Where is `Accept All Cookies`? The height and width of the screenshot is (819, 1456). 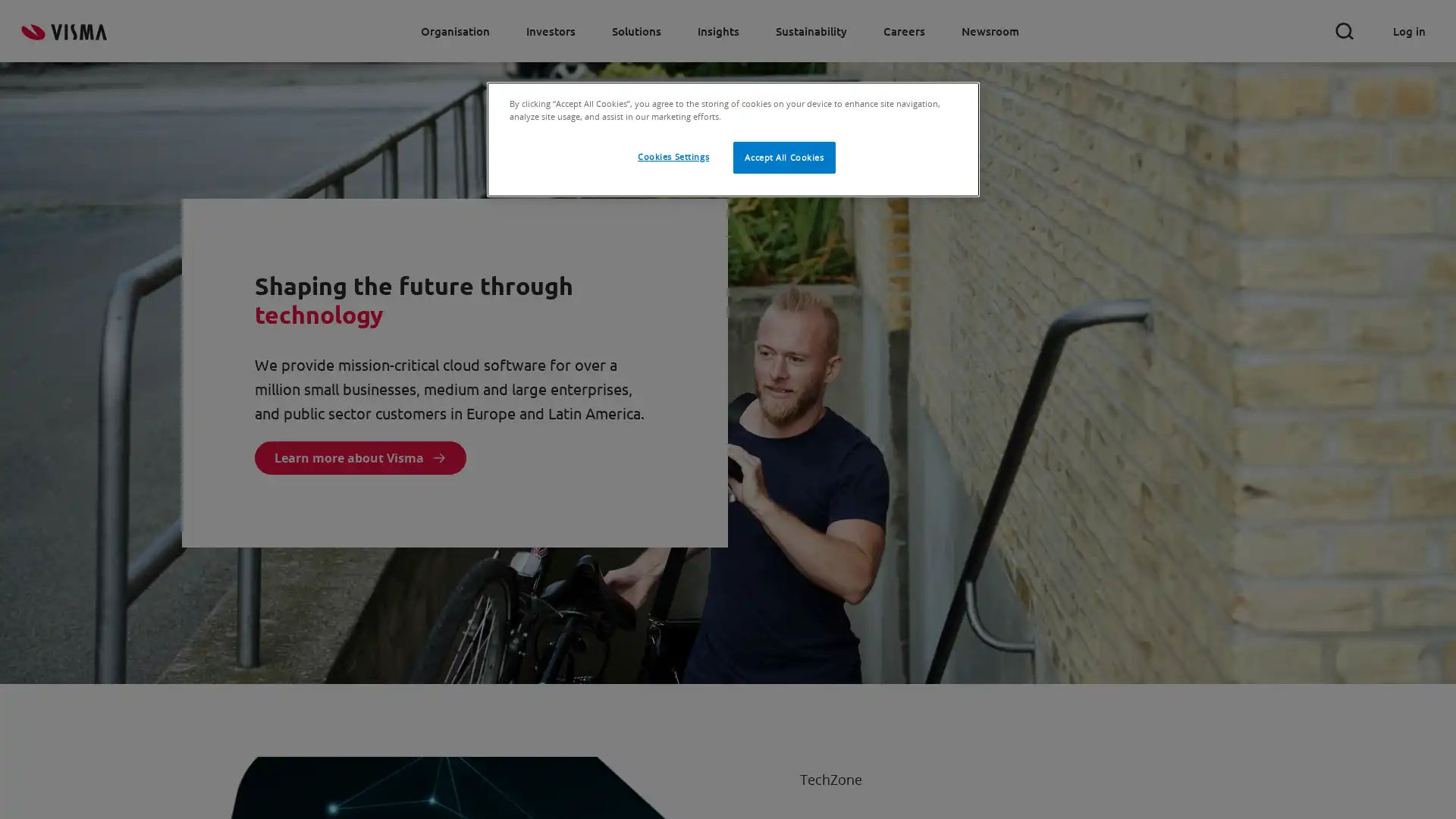 Accept All Cookies is located at coordinates (784, 158).